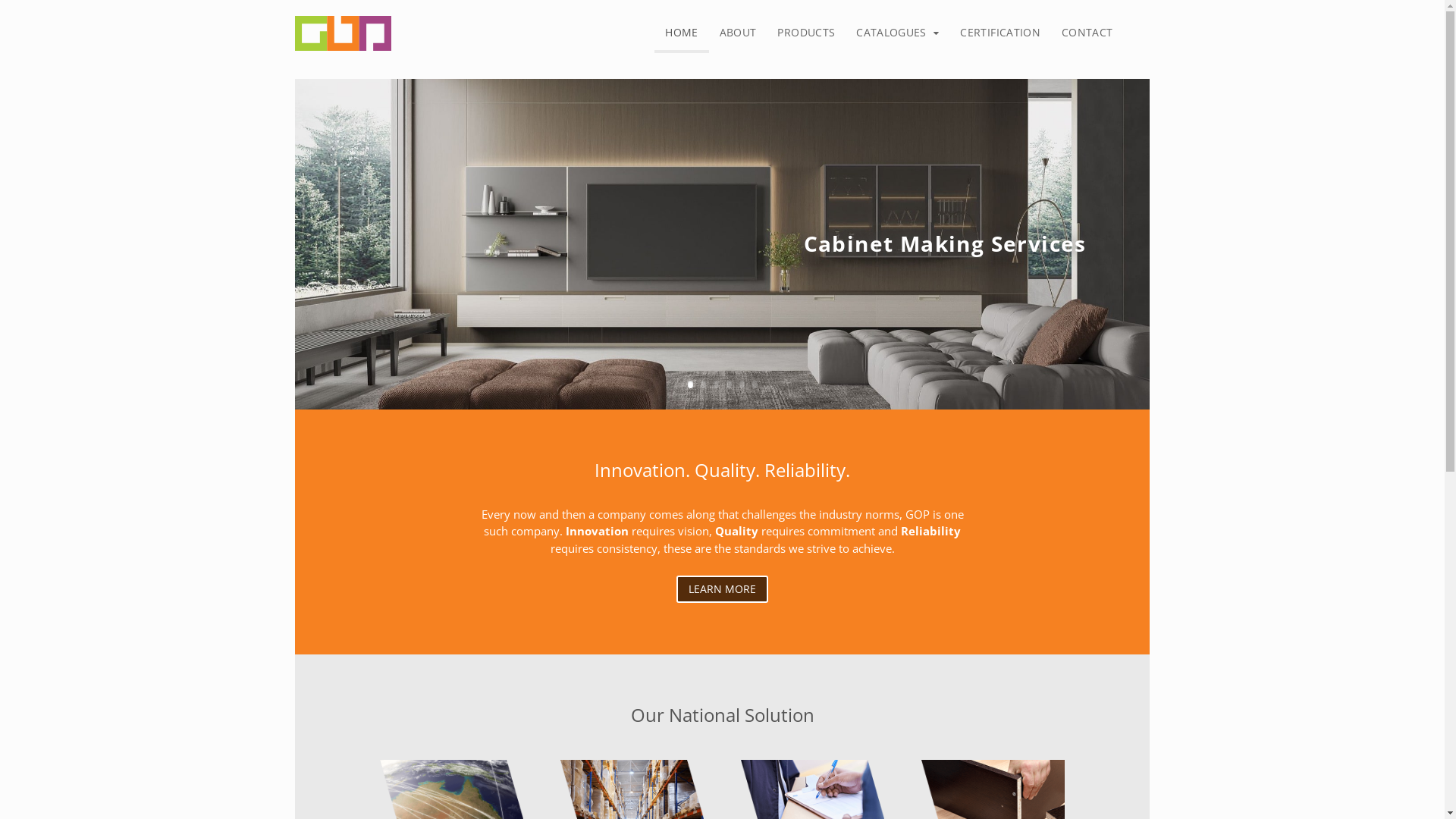 The width and height of the screenshot is (1456, 819). I want to click on 'CERTIFICATION', so click(1000, 33).